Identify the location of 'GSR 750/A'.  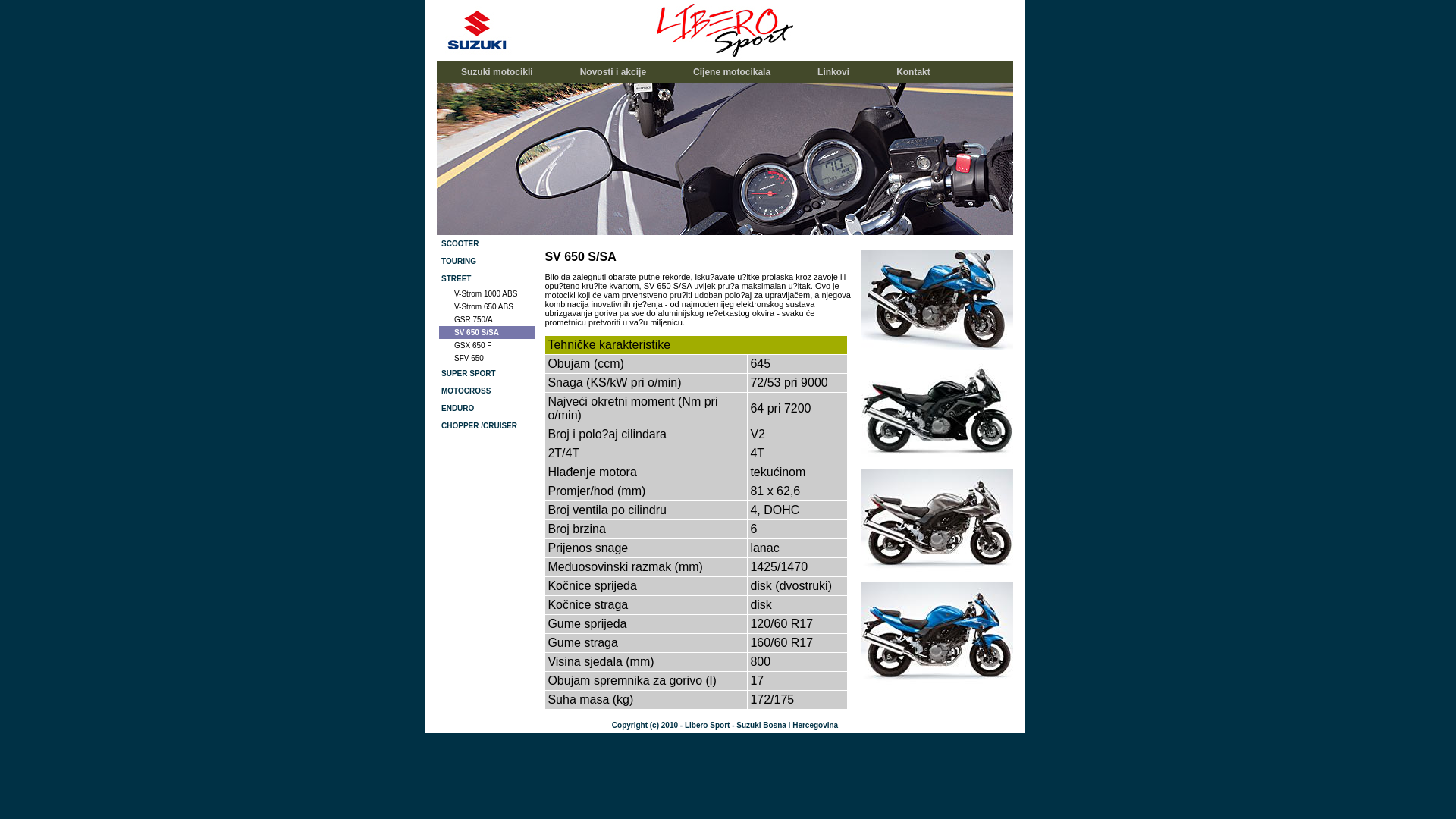
(487, 318).